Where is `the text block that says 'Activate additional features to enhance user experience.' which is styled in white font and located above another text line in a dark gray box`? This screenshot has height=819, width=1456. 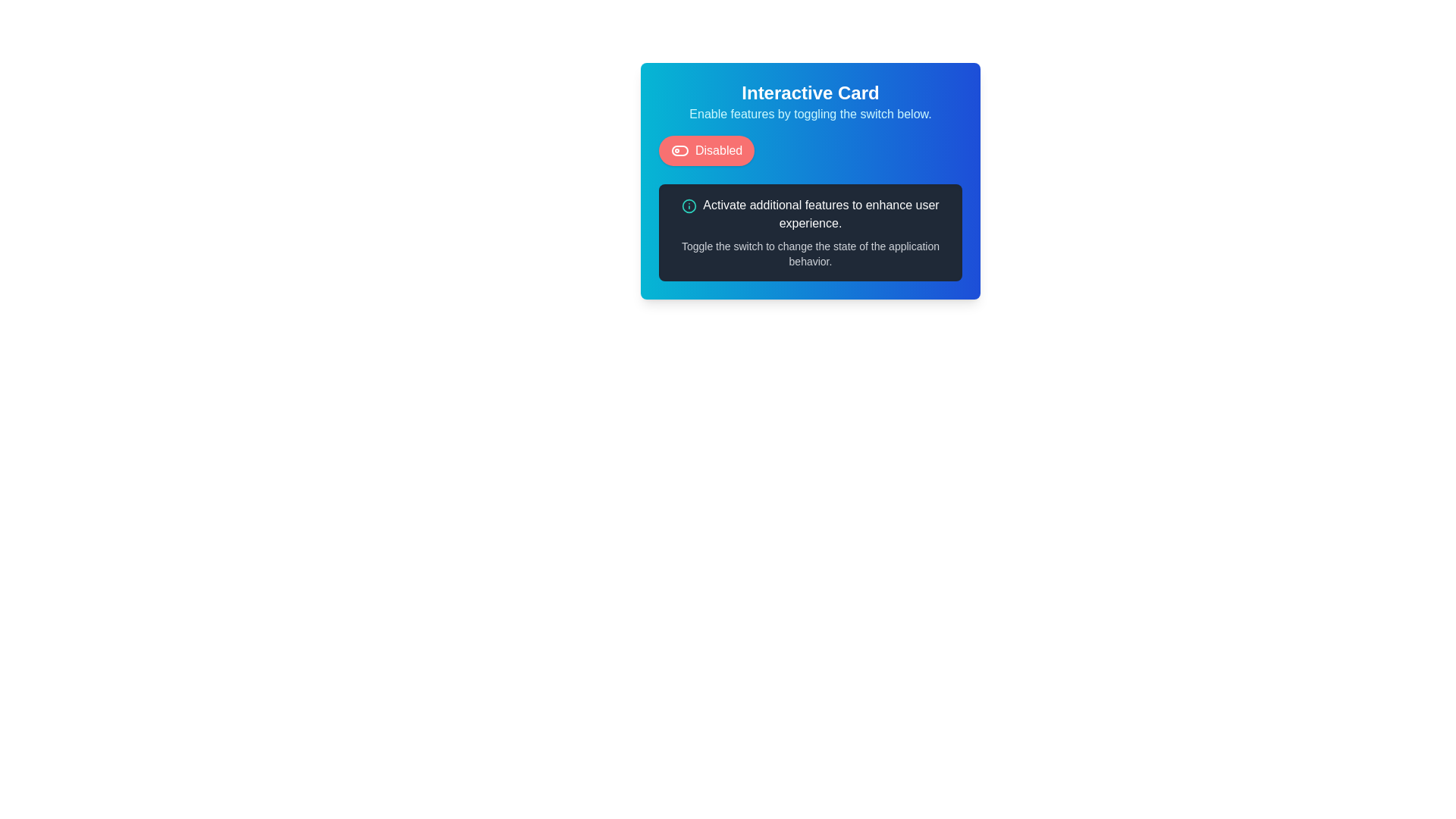
the text block that says 'Activate additional features to enhance user experience.' which is styled in white font and located above another text line in a dark gray box is located at coordinates (810, 214).